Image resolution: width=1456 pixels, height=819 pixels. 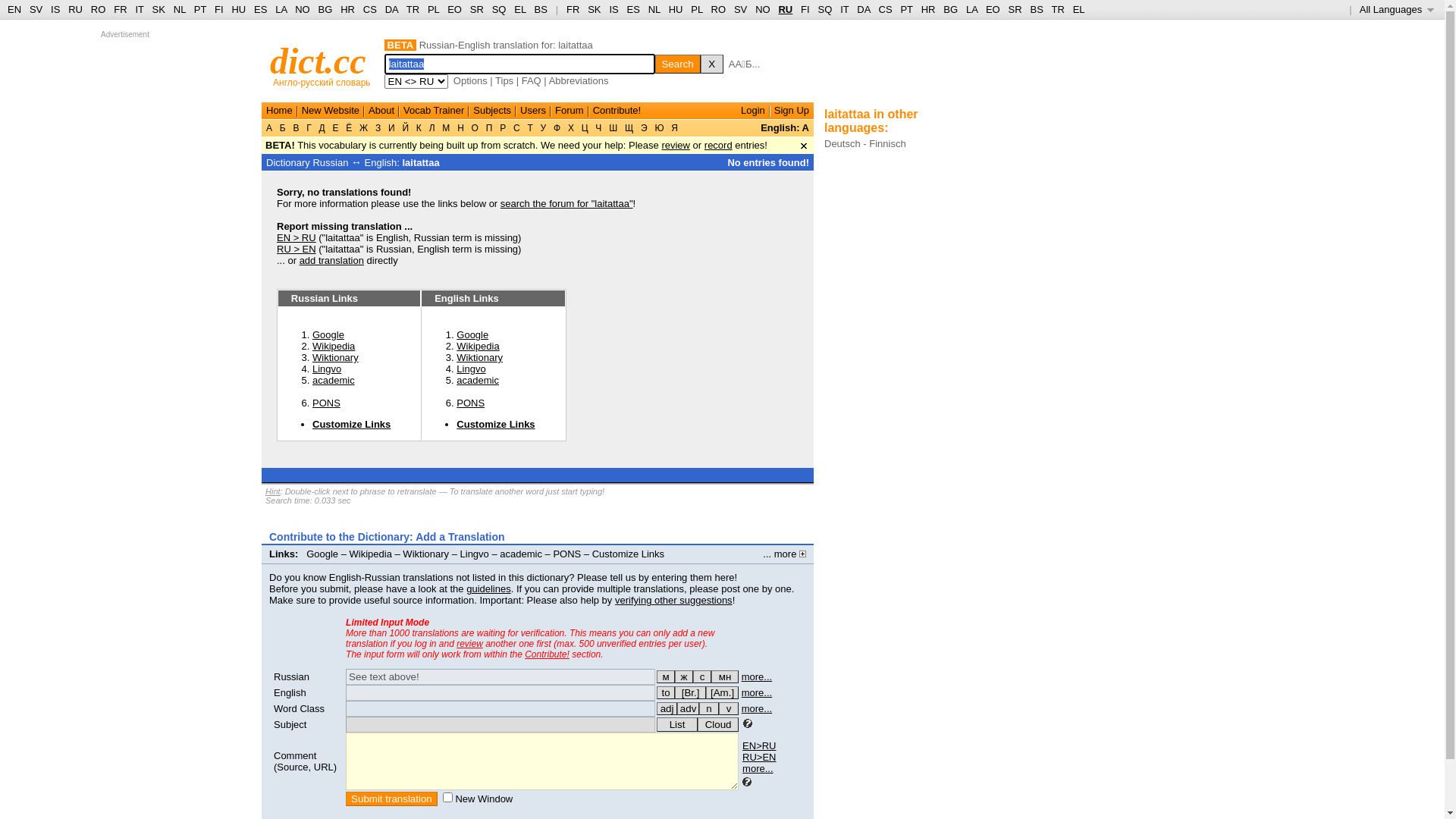 What do you see at coordinates (403, 554) in the screenshot?
I see `'Wiktionary'` at bounding box center [403, 554].